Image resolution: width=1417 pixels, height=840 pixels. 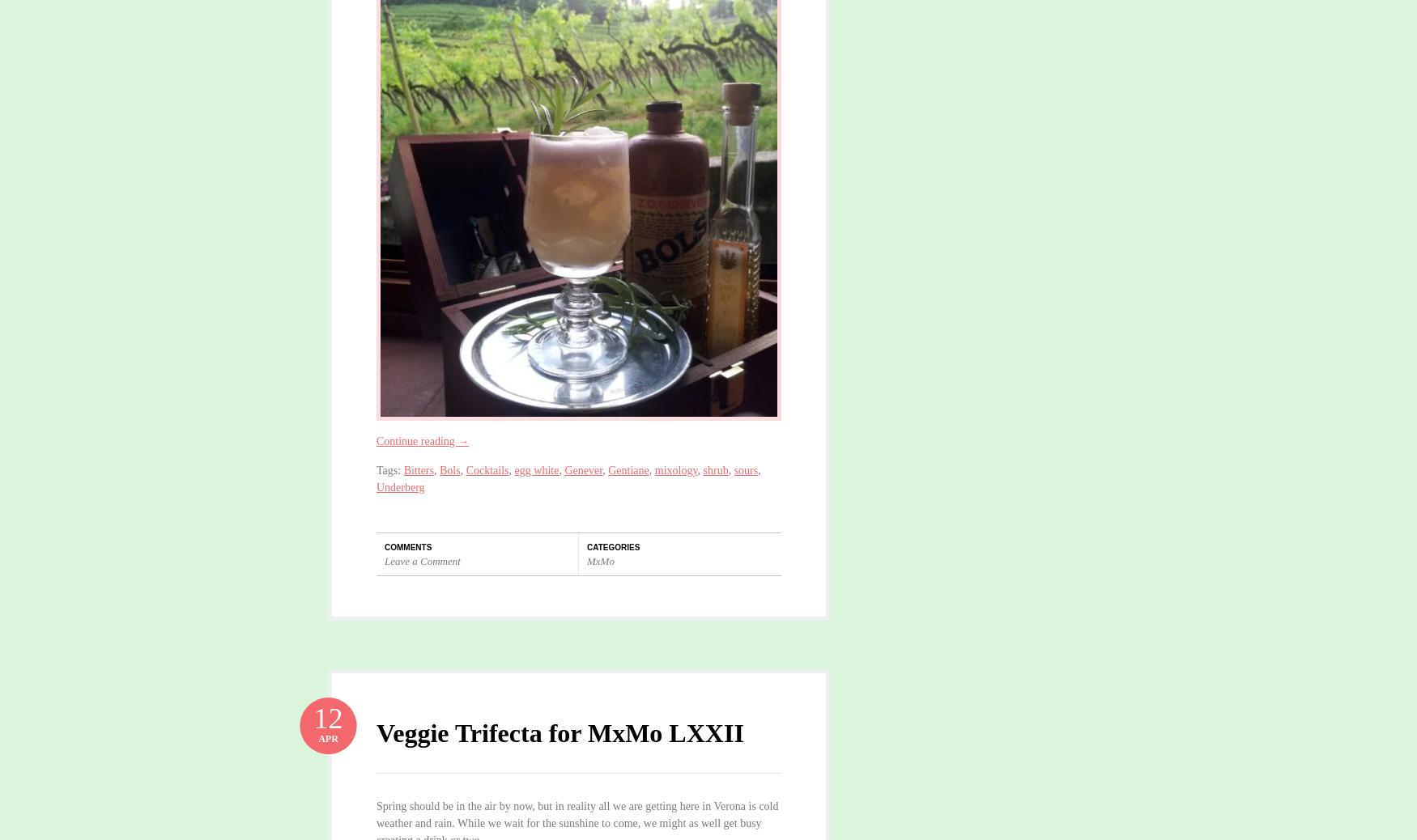 What do you see at coordinates (466, 469) in the screenshot?
I see `'Cocktails'` at bounding box center [466, 469].